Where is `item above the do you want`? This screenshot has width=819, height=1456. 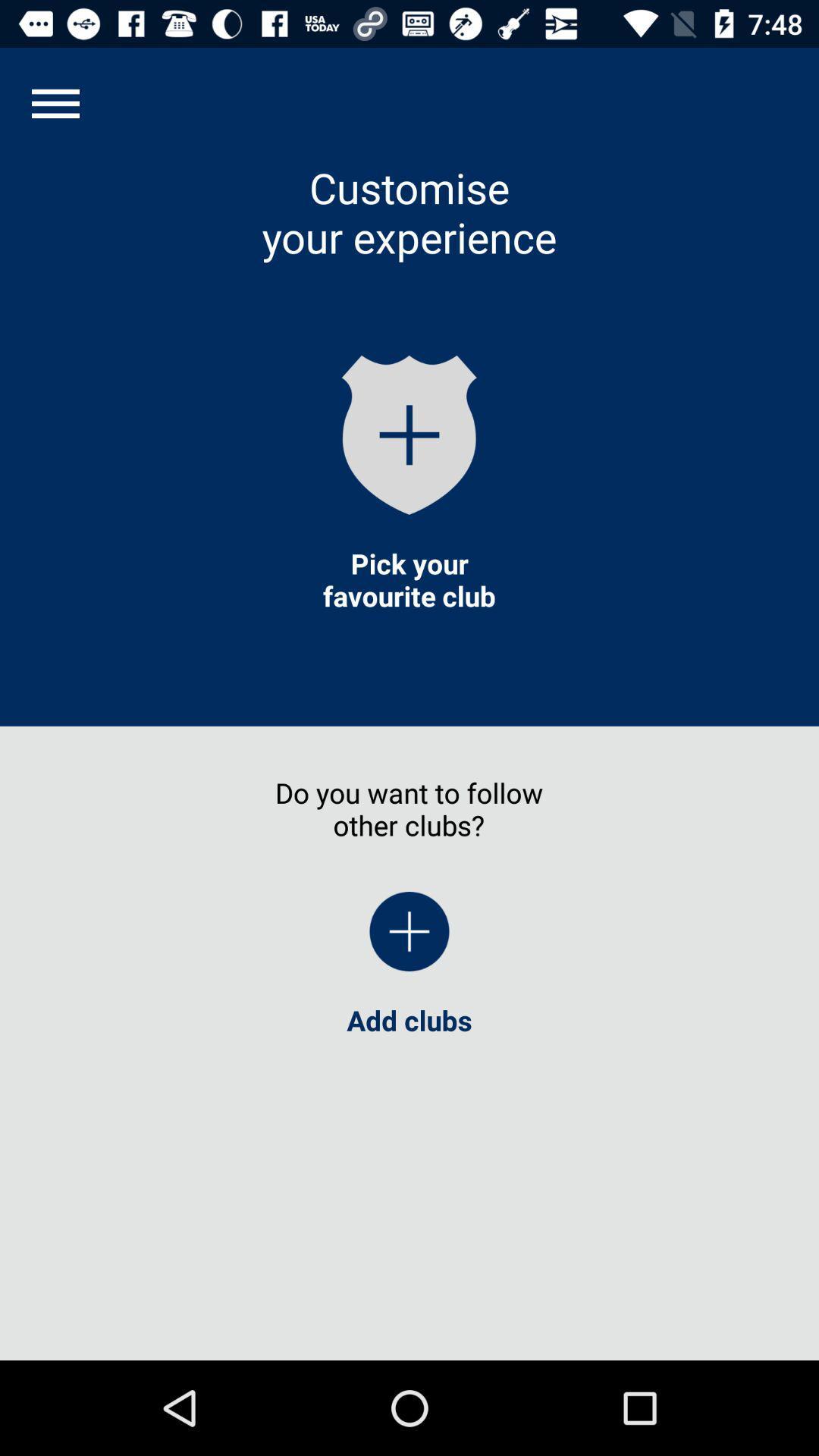
item above the do you want is located at coordinates (409, 579).